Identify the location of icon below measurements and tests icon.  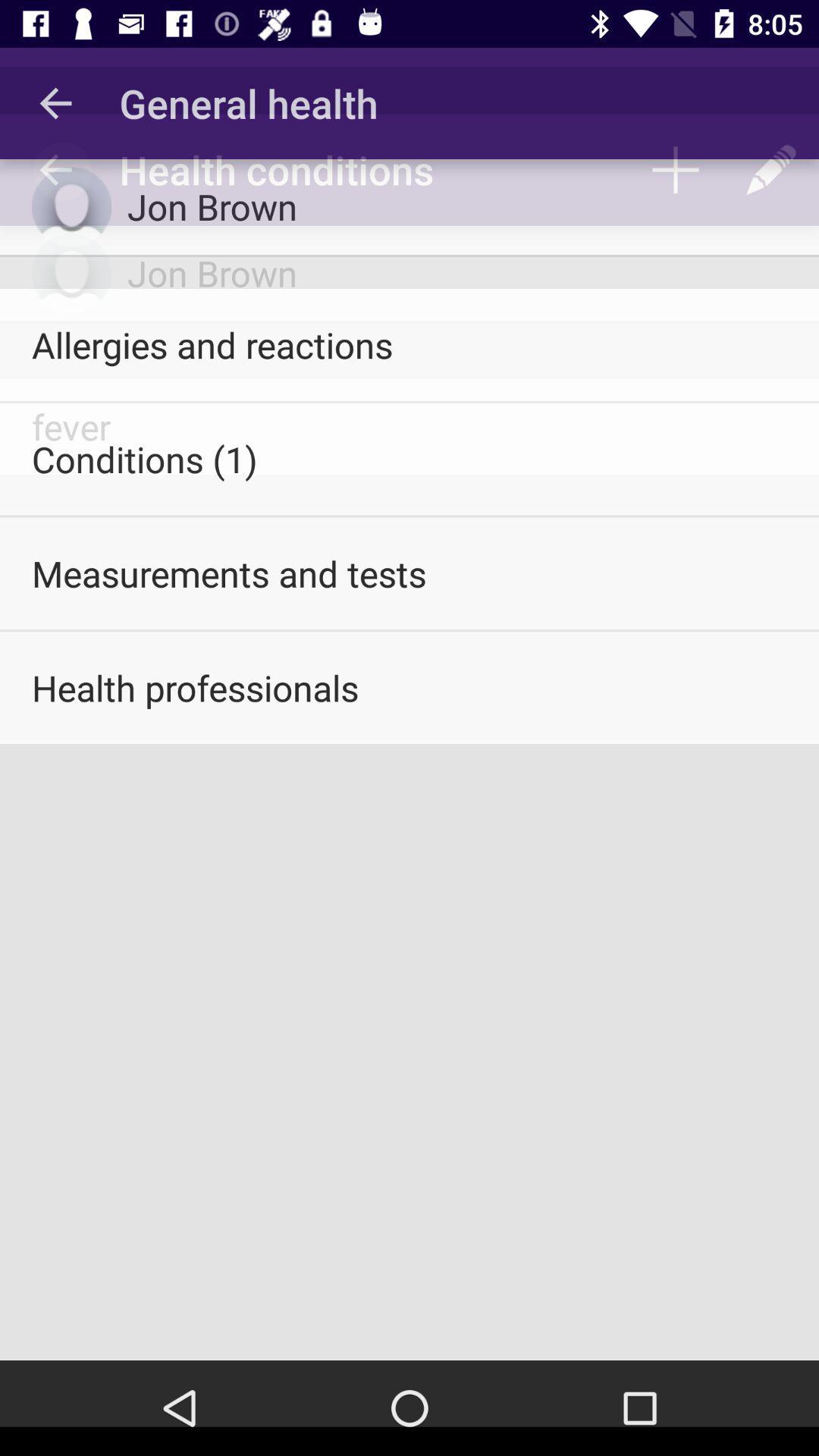
(409, 687).